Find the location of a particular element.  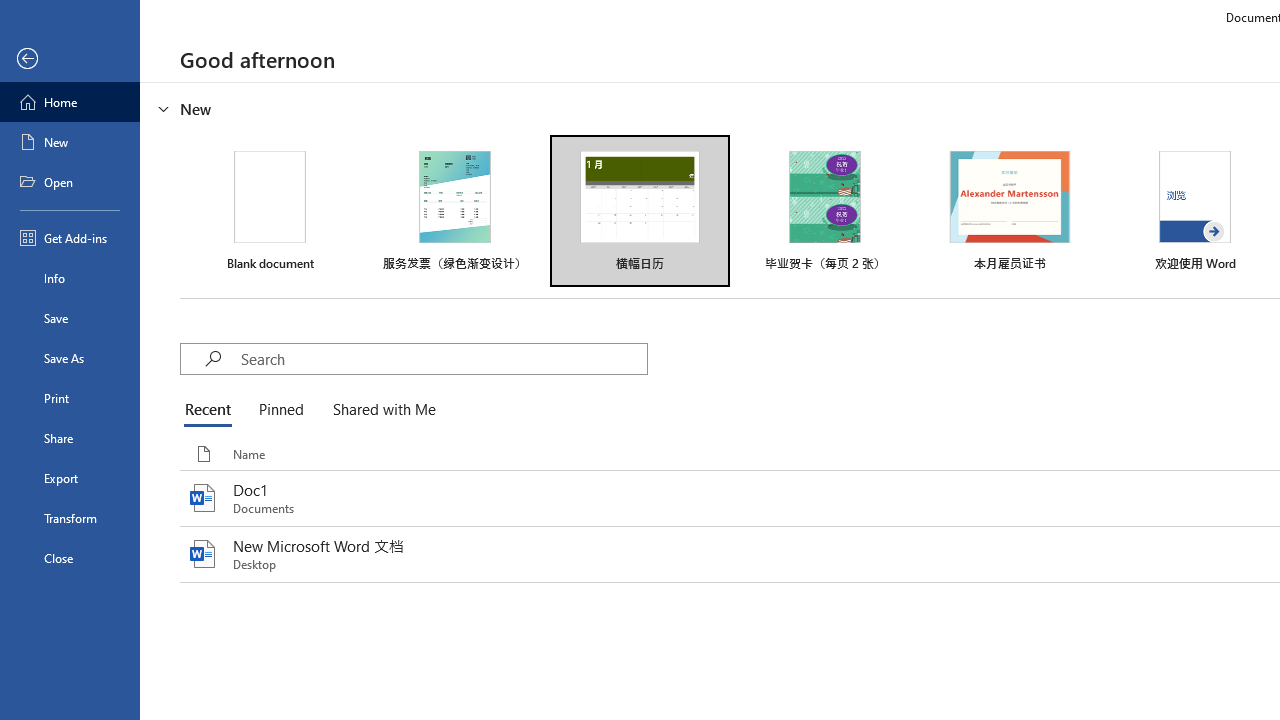

'Save As' is located at coordinates (69, 356).